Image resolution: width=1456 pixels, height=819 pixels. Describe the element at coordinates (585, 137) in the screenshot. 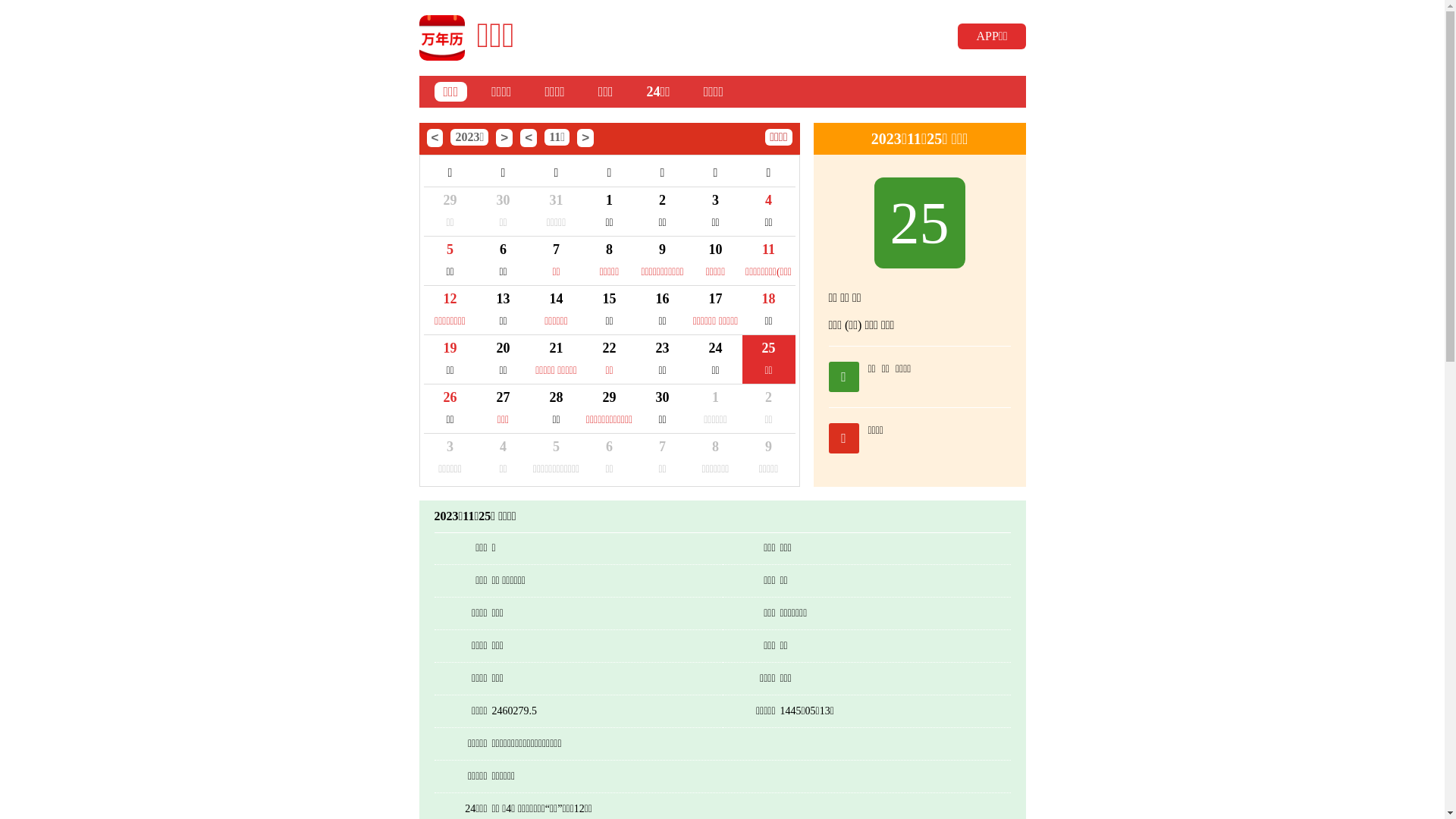

I see `'>'` at that location.